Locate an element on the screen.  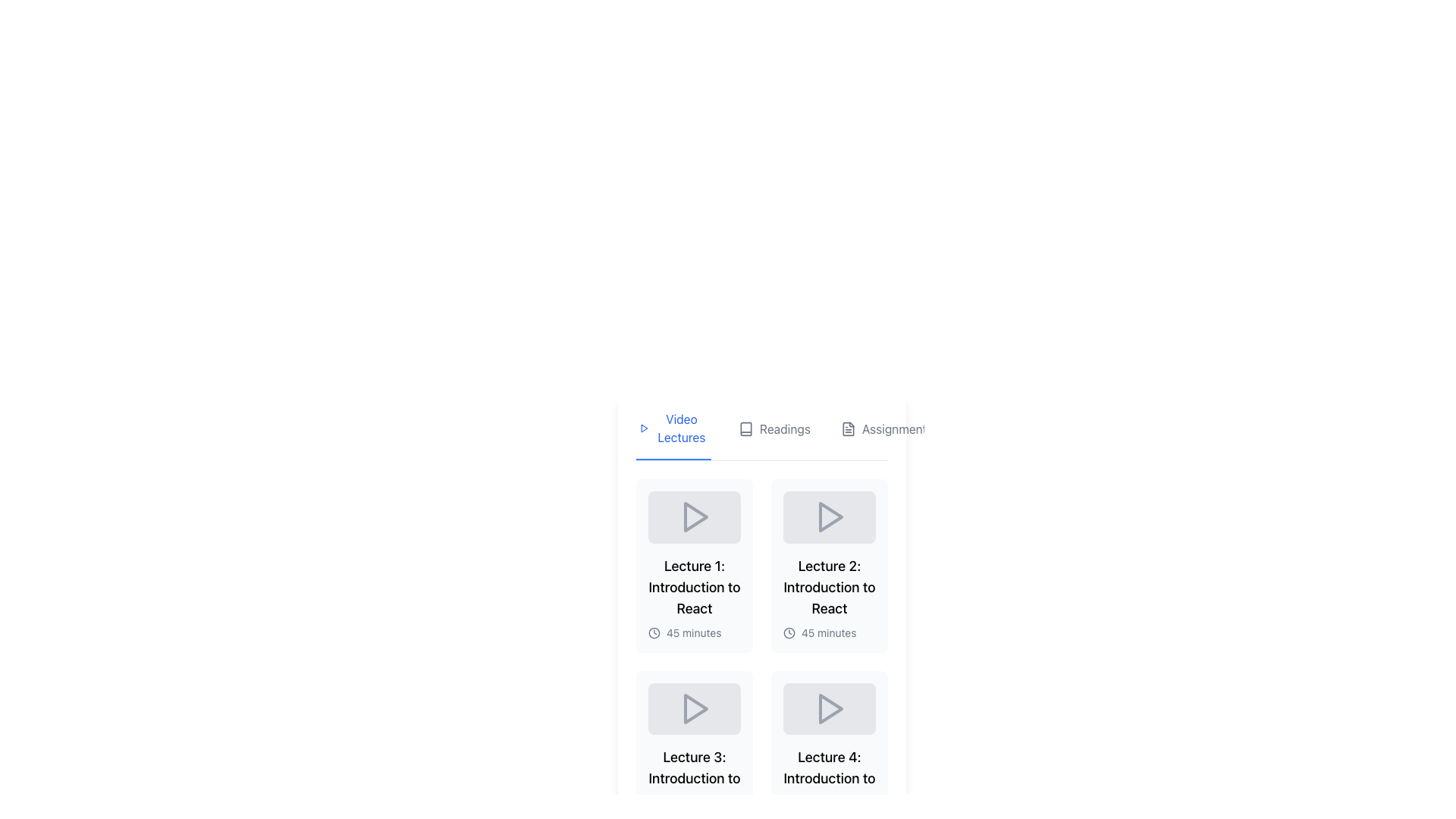
the video playback control button located in the top-left corner of the 'Lecture 1: Introduction to React' section is located at coordinates (694, 516).